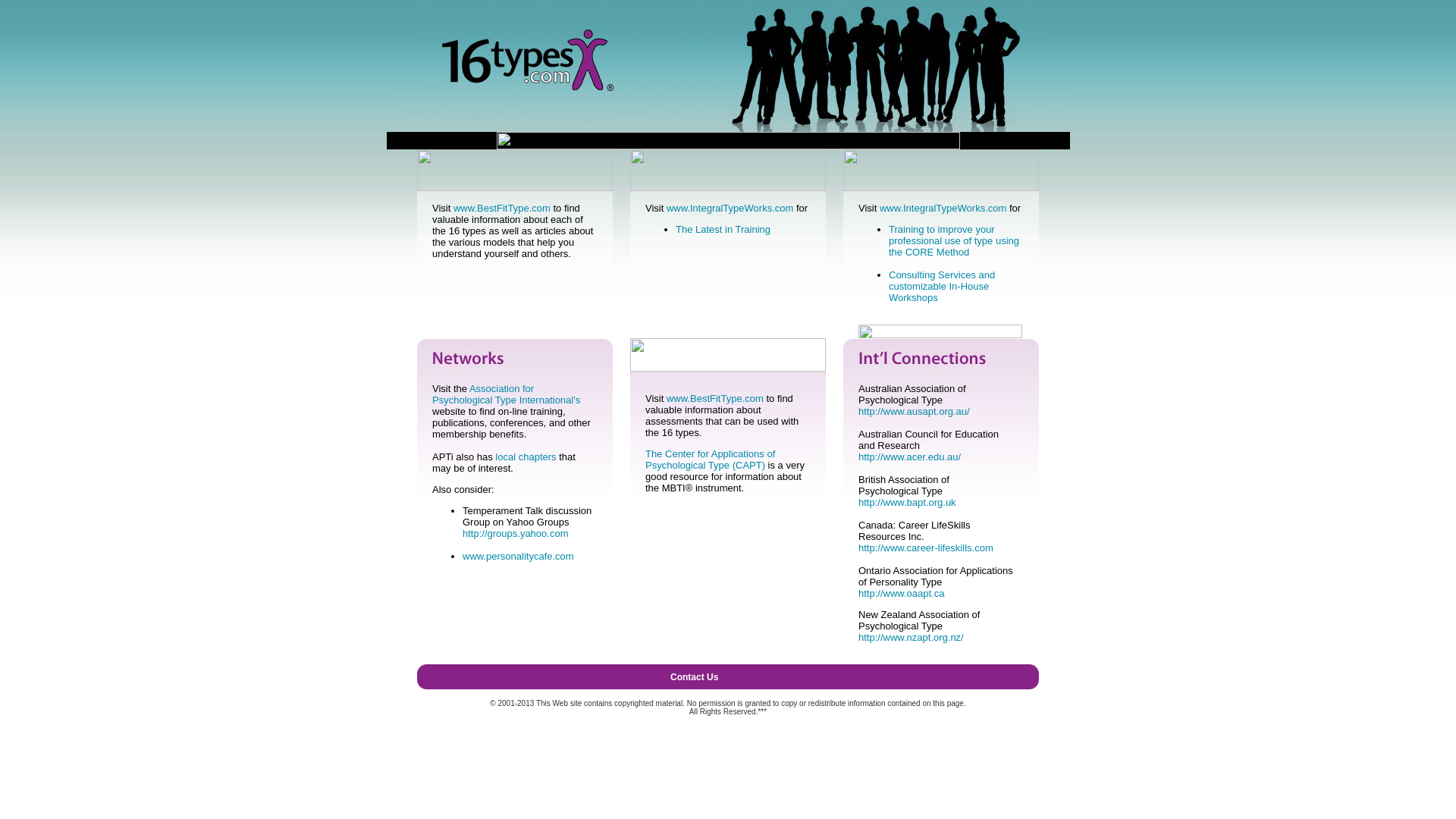 The image size is (1456, 819). What do you see at coordinates (693, 676) in the screenshot?
I see `'Contact Us'` at bounding box center [693, 676].